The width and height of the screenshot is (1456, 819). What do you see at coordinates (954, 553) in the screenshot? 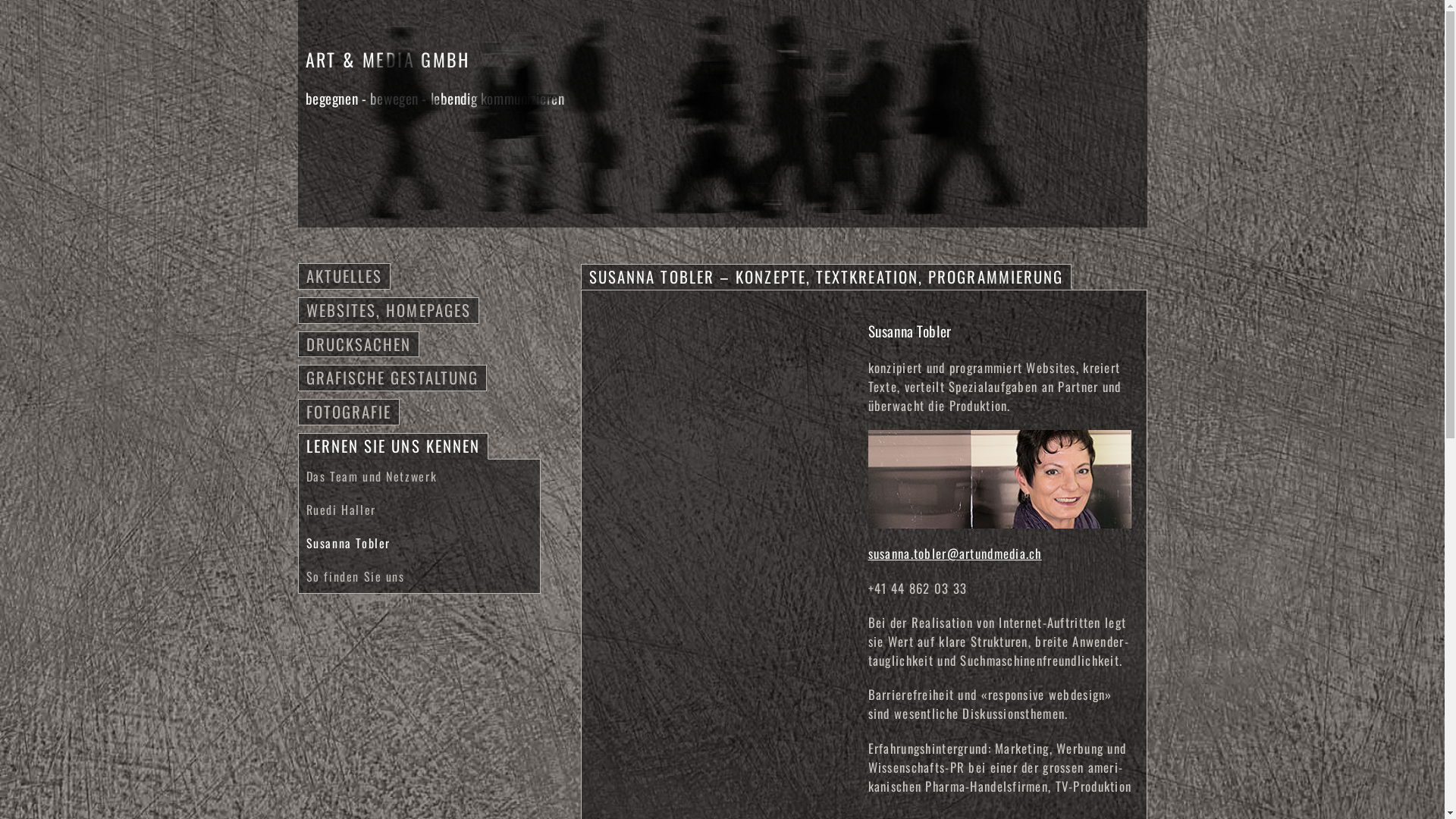
I see `'susanna.tobler@artundmedia.ch'` at bounding box center [954, 553].